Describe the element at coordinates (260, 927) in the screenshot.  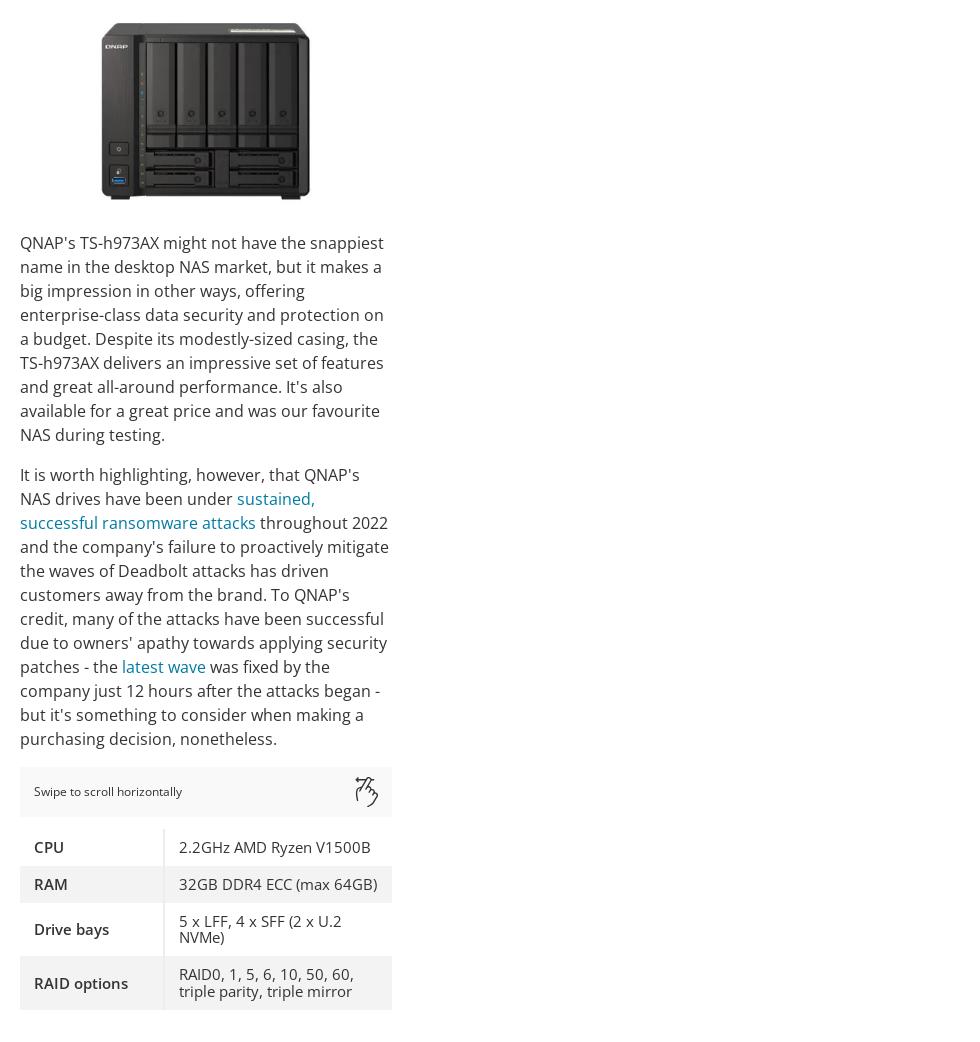
I see `'5 x LFF, 4 x SFF (2 x U.2 NVMe)'` at that location.